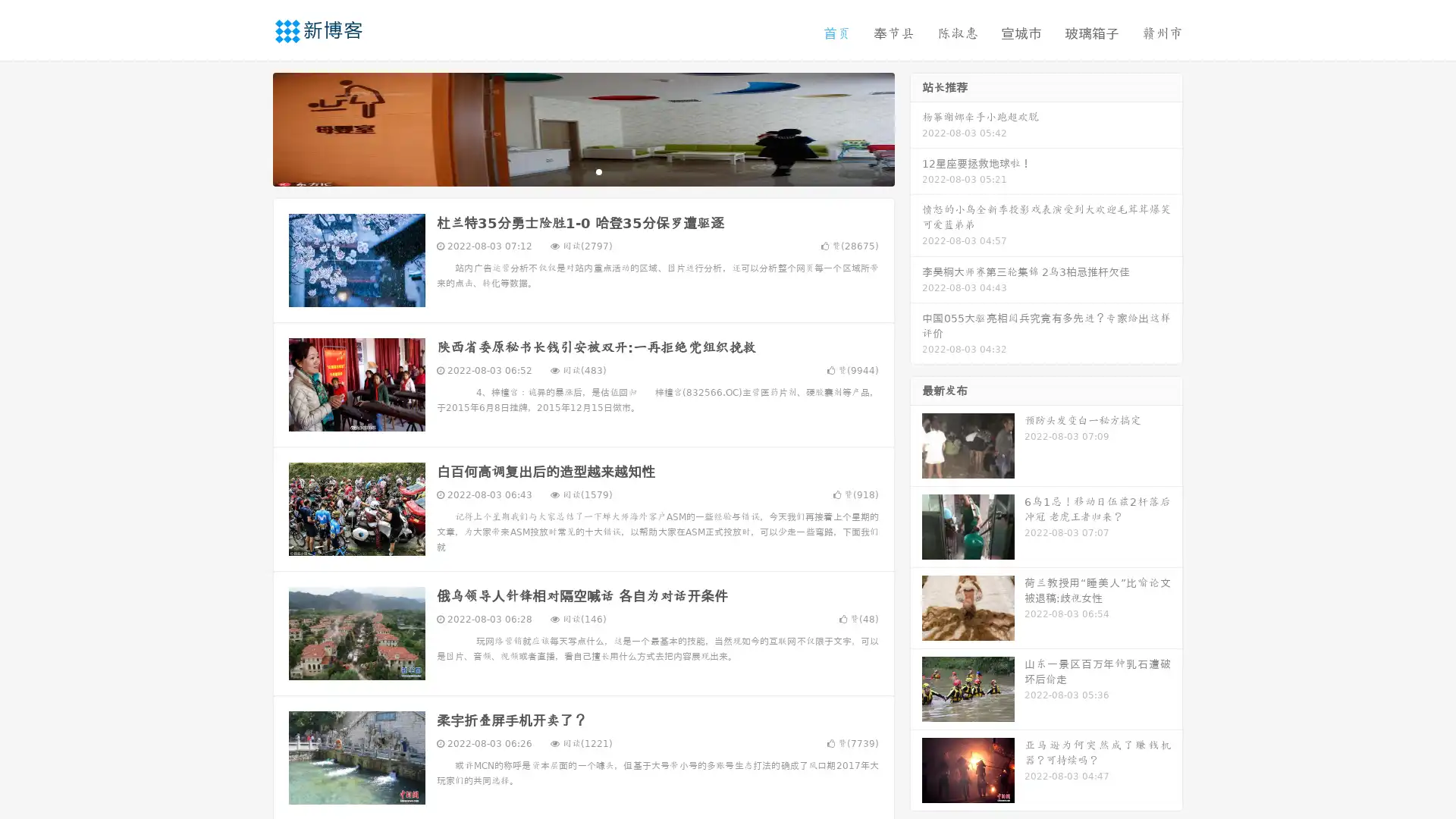 This screenshot has width=1456, height=819. What do you see at coordinates (582, 171) in the screenshot?
I see `Go to slide 2` at bounding box center [582, 171].